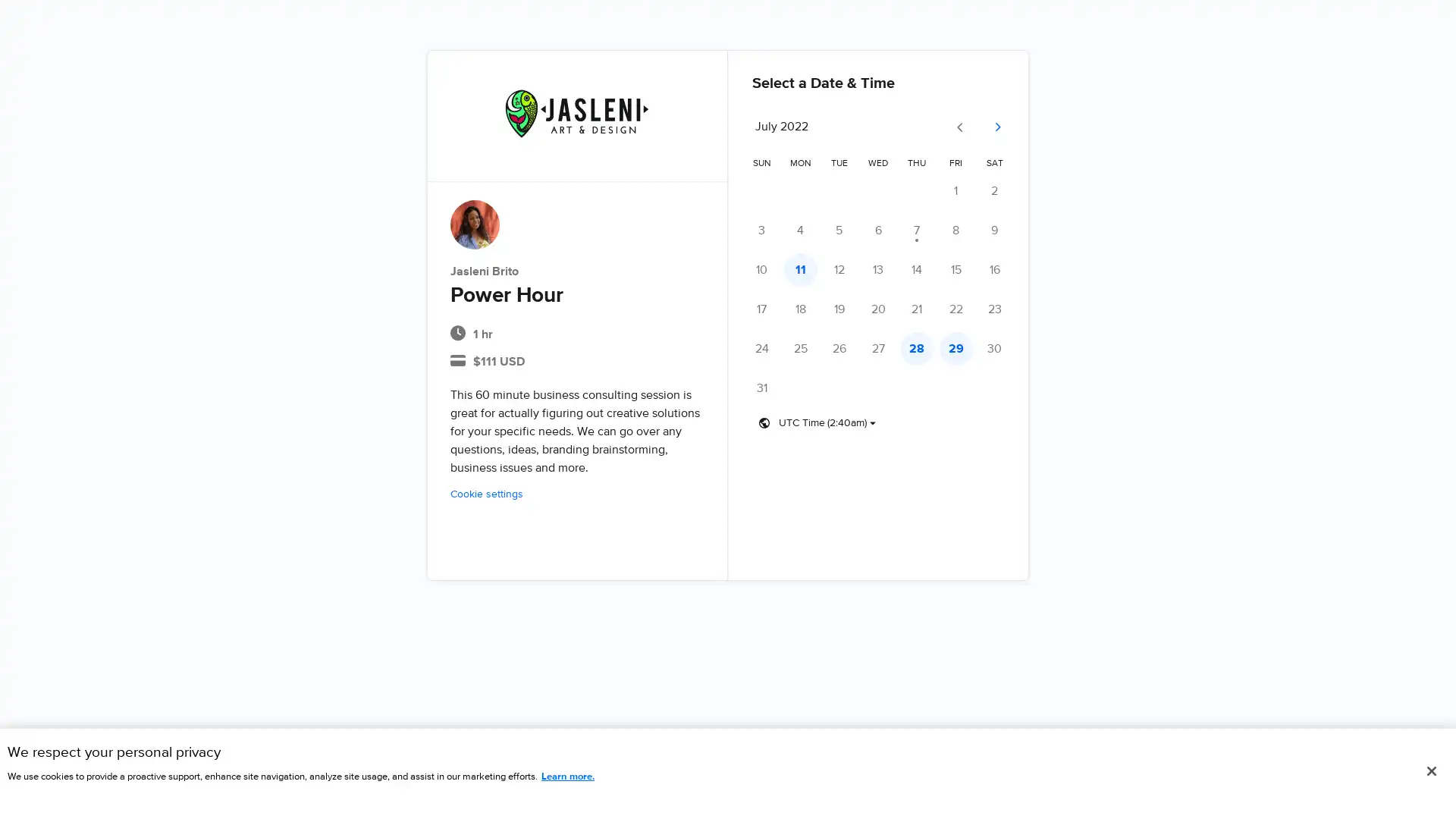  What do you see at coordinates (956, 268) in the screenshot?
I see `Friday, July 15 - No times available` at bounding box center [956, 268].